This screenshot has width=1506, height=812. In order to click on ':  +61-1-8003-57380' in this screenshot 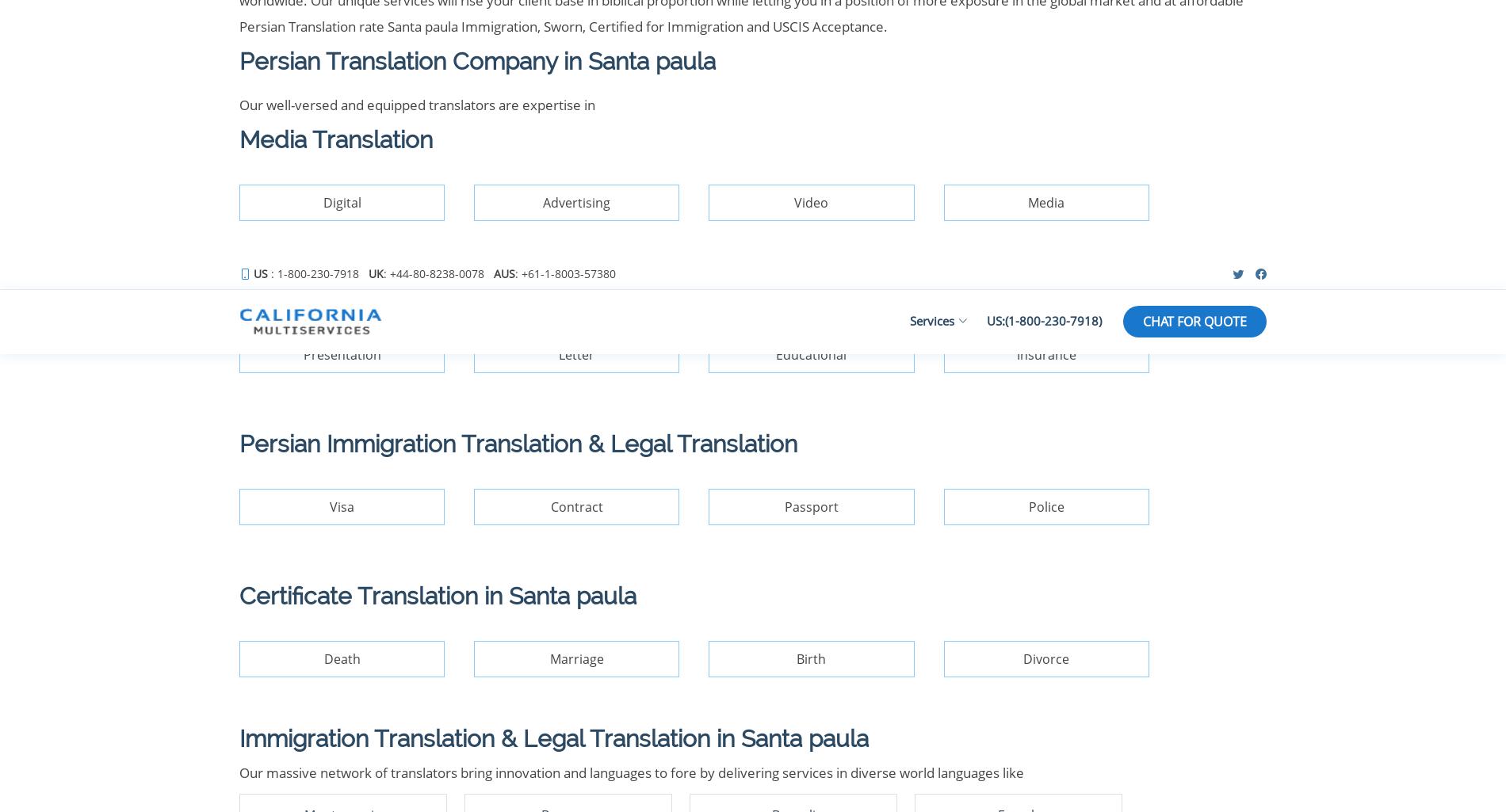, I will do `click(766, 340)`.